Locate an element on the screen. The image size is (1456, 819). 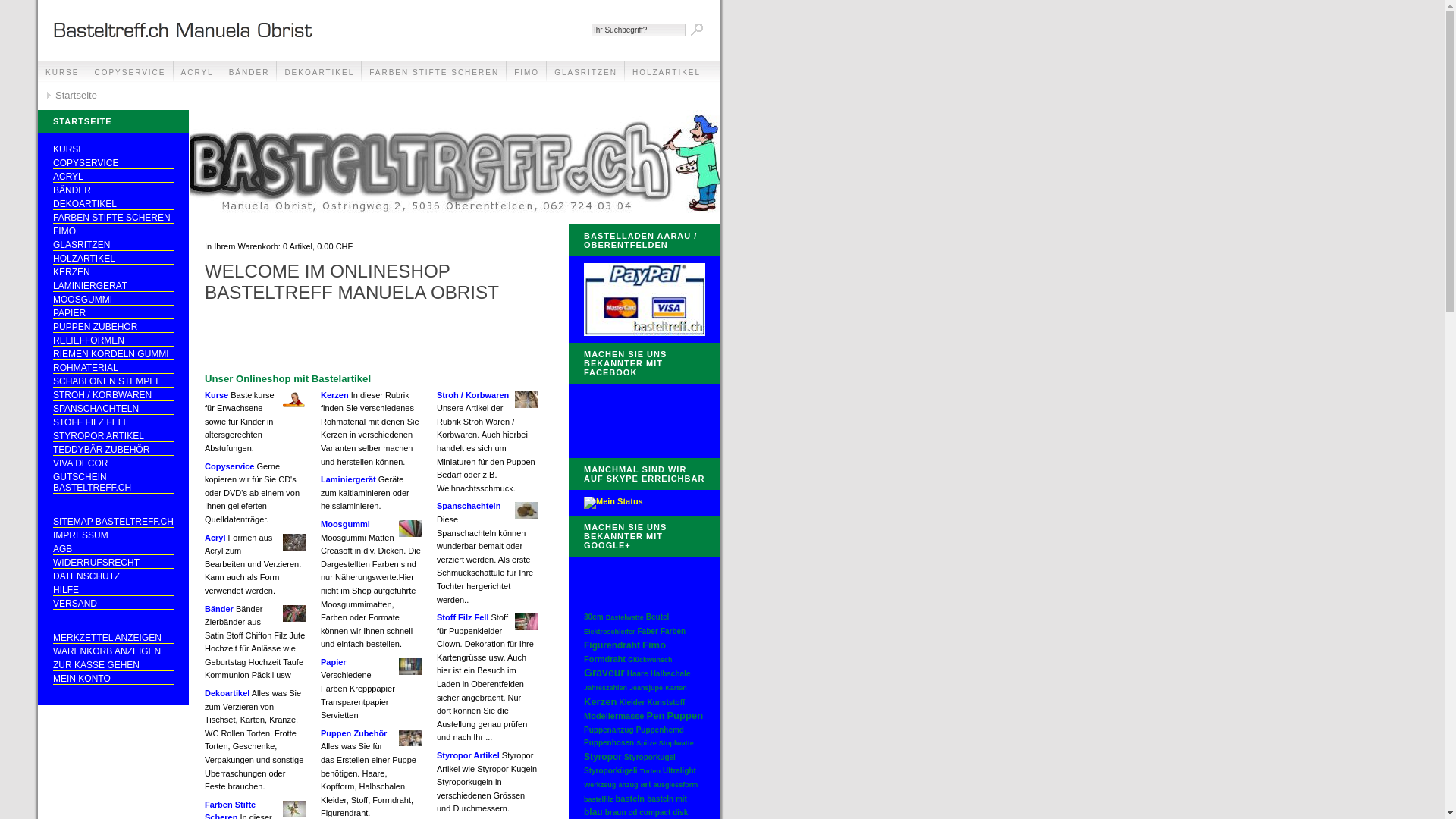
'Startseite' is located at coordinates (71, 96).